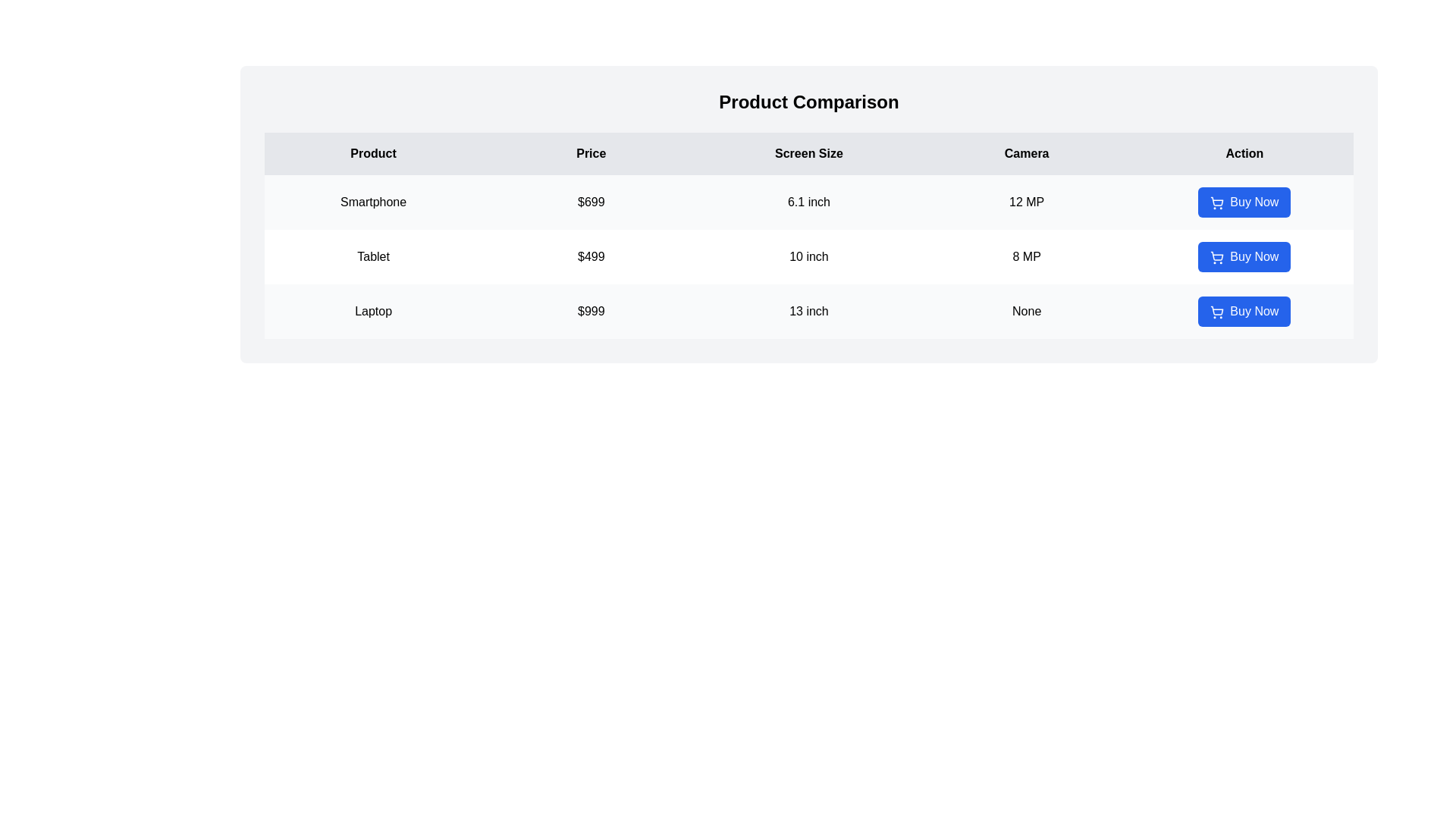  What do you see at coordinates (808, 201) in the screenshot?
I see `the row corresponding to Smartphone for comparison` at bounding box center [808, 201].